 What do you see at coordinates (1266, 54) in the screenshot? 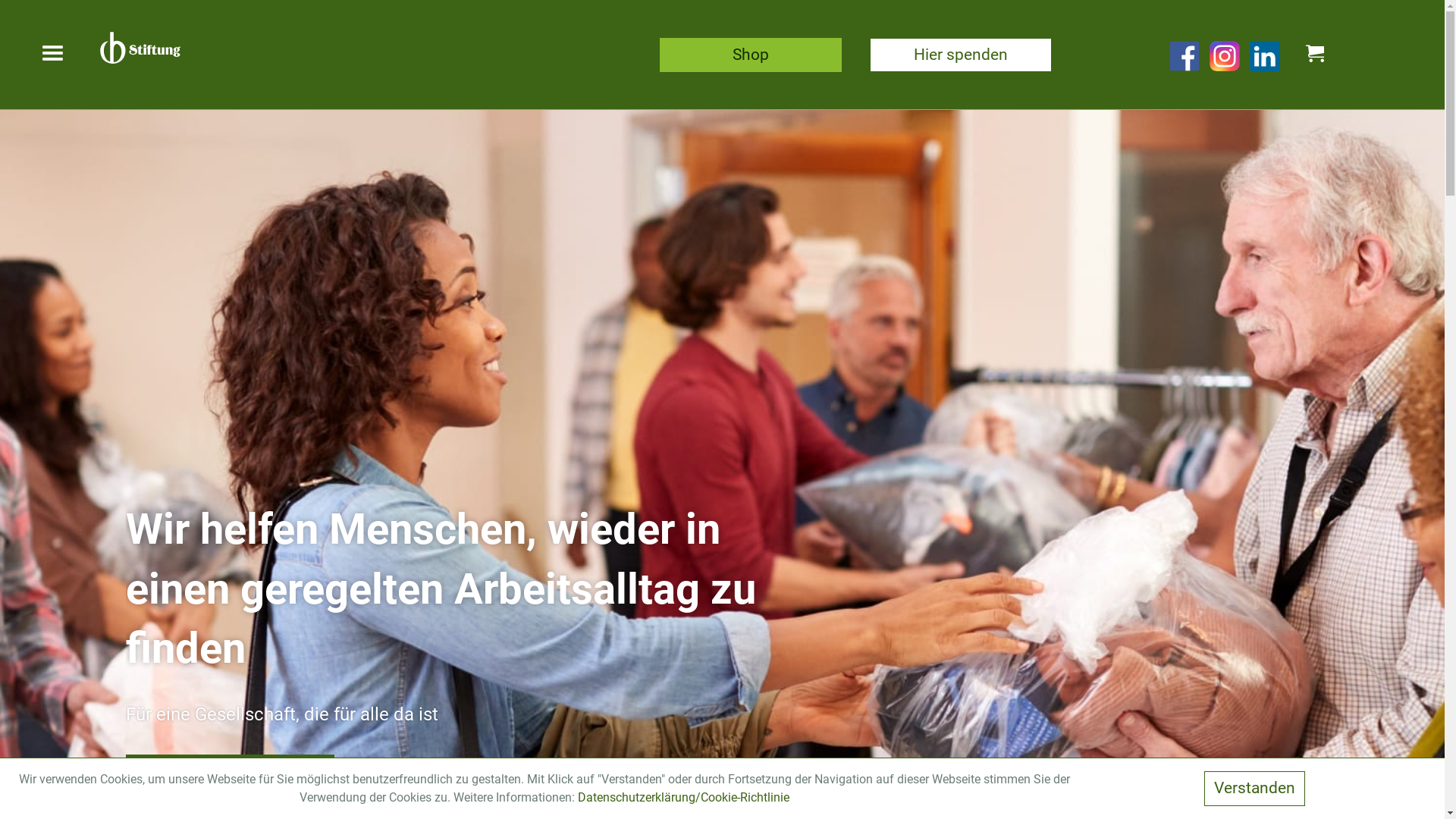
I see `'Linkedin-Link'` at bounding box center [1266, 54].